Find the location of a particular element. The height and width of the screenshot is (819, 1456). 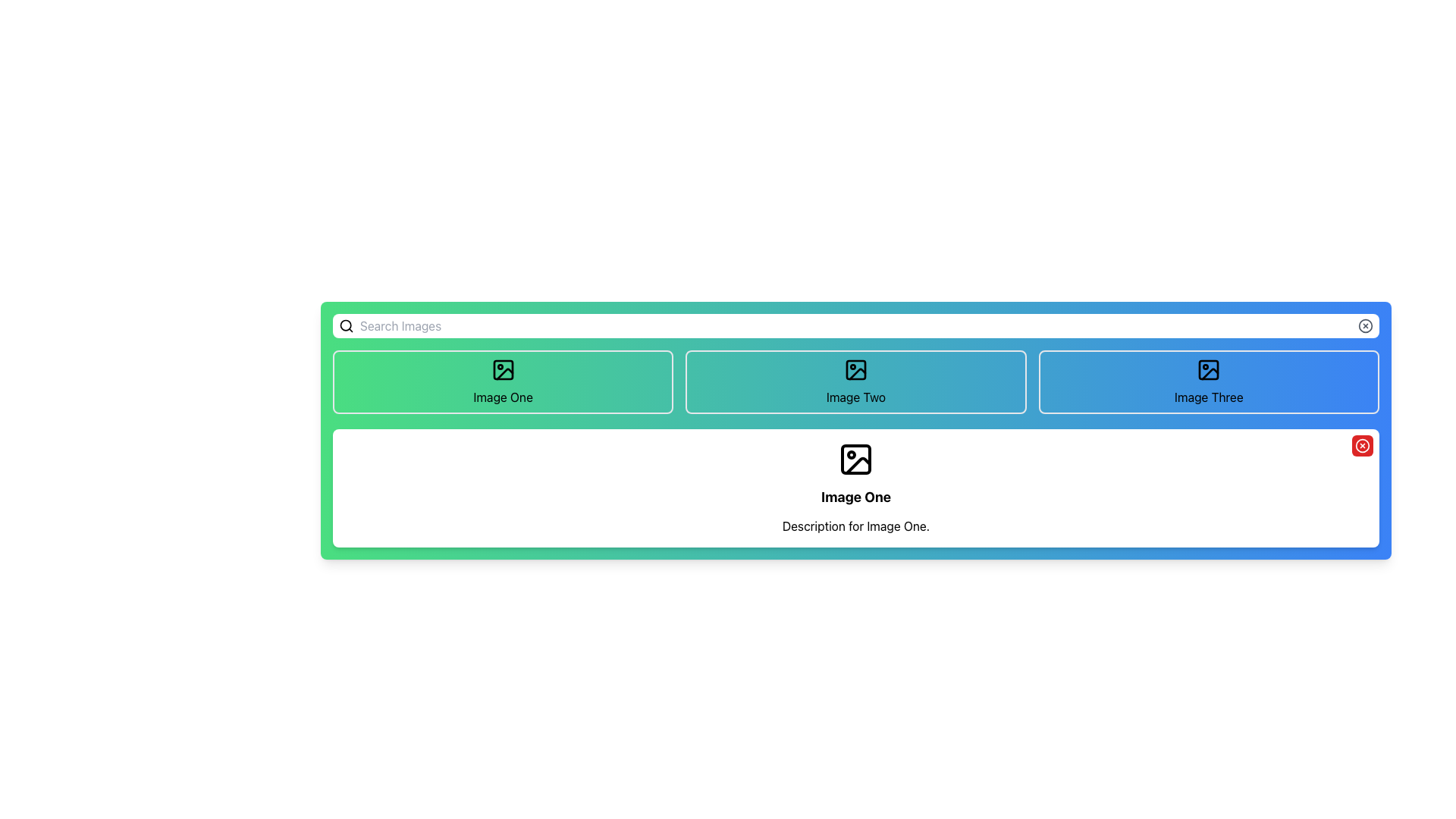

the text label displaying 'Image One', which is part of a green background gradient section and positioned below the image icon is located at coordinates (503, 397).